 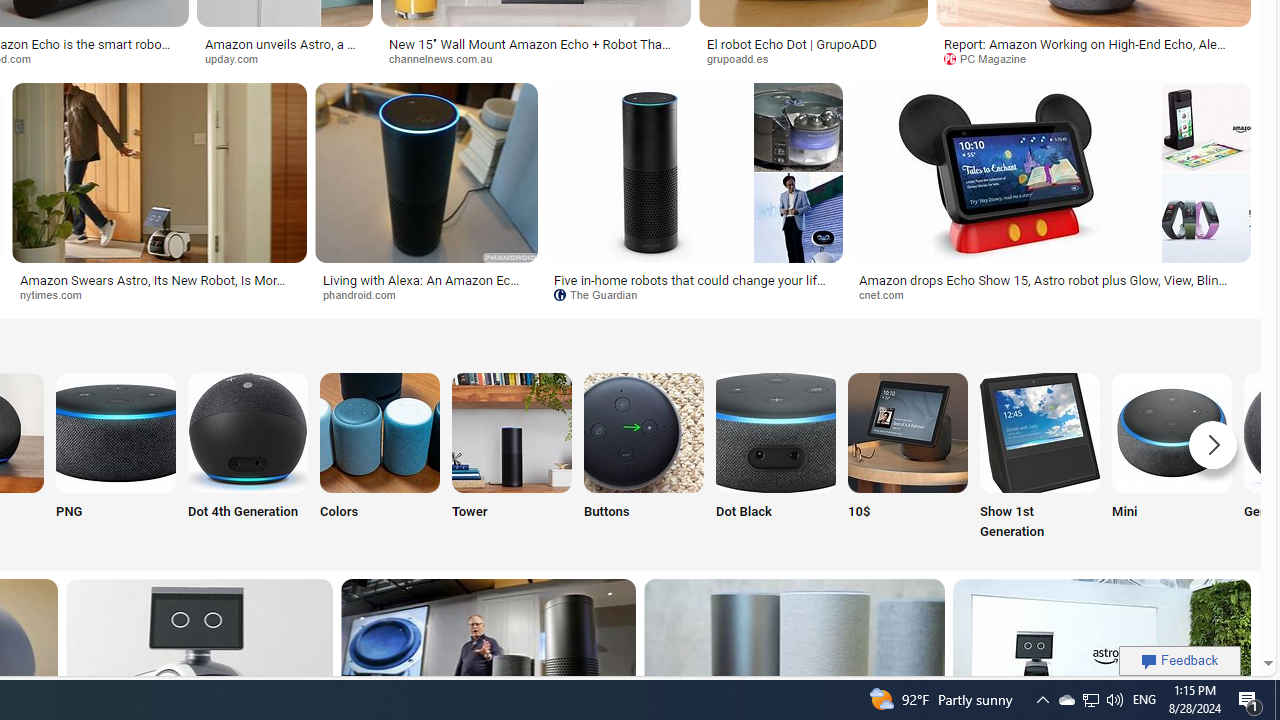 What do you see at coordinates (380, 458) in the screenshot?
I see `'Amazon Echo Colors Colors'` at bounding box center [380, 458].